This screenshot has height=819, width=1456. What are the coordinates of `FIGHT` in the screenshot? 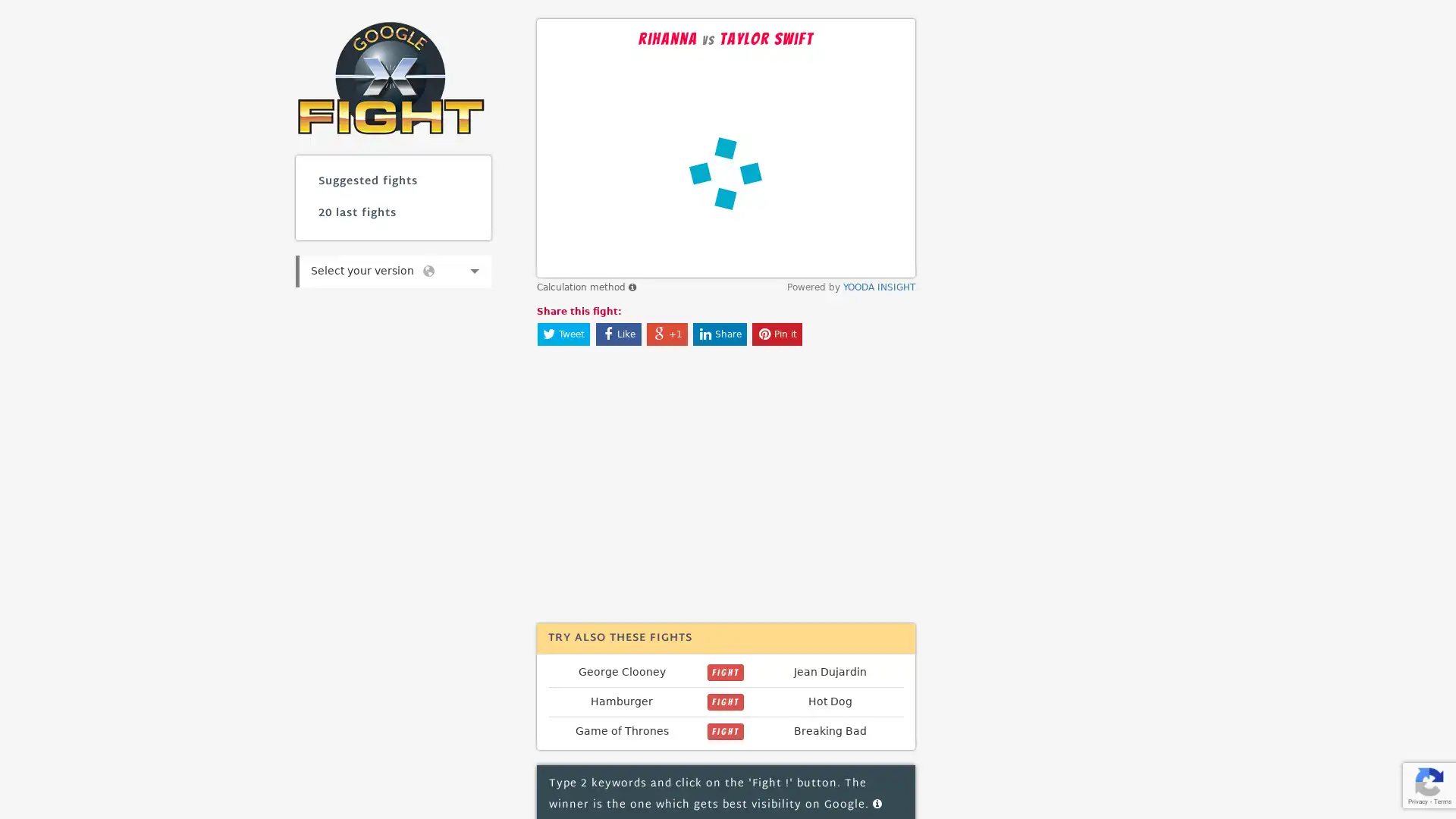 It's located at (724, 672).